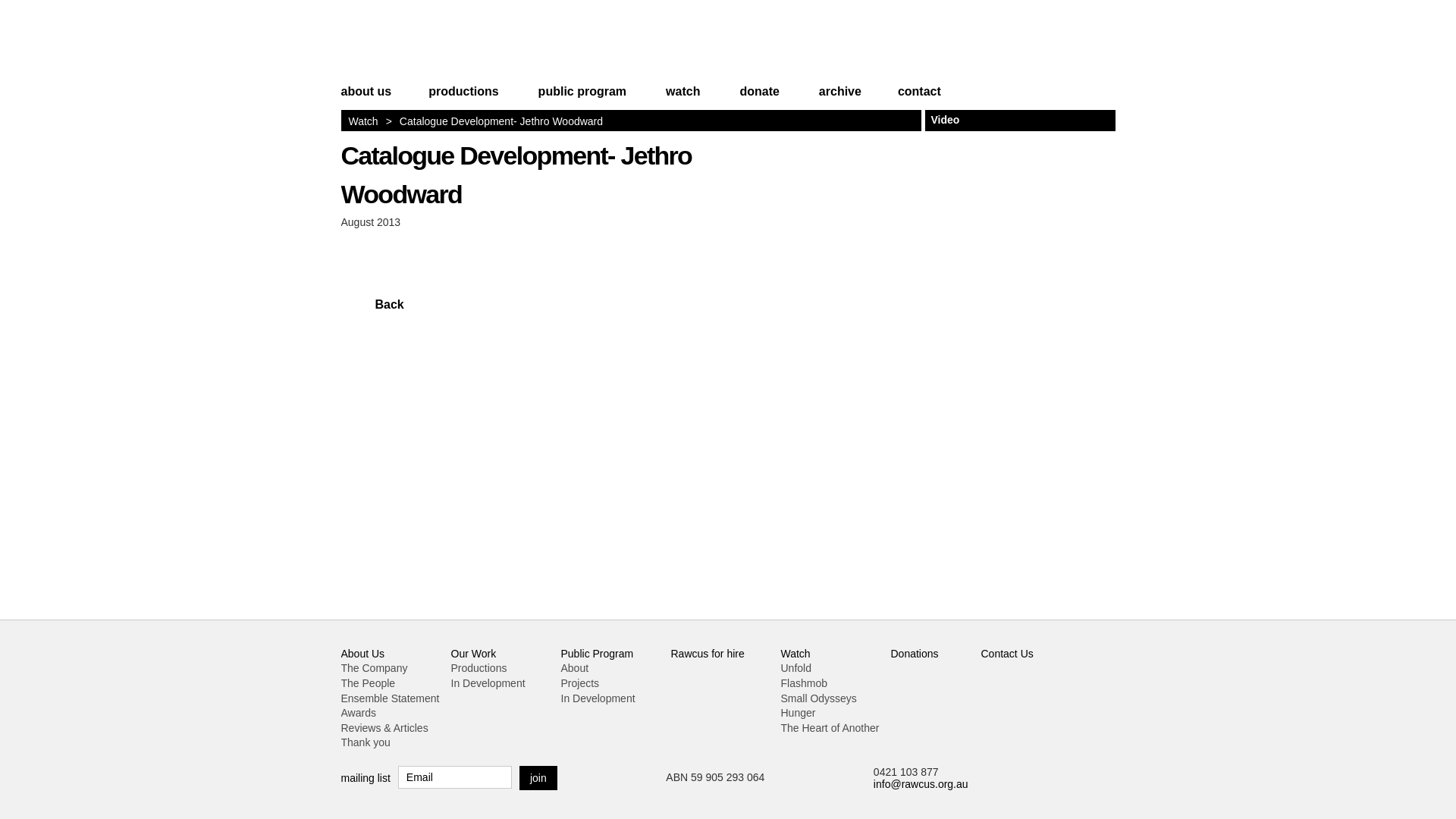 This screenshot has height=819, width=1456. Describe the element at coordinates (890, 652) in the screenshot. I see `'Donations'` at that location.